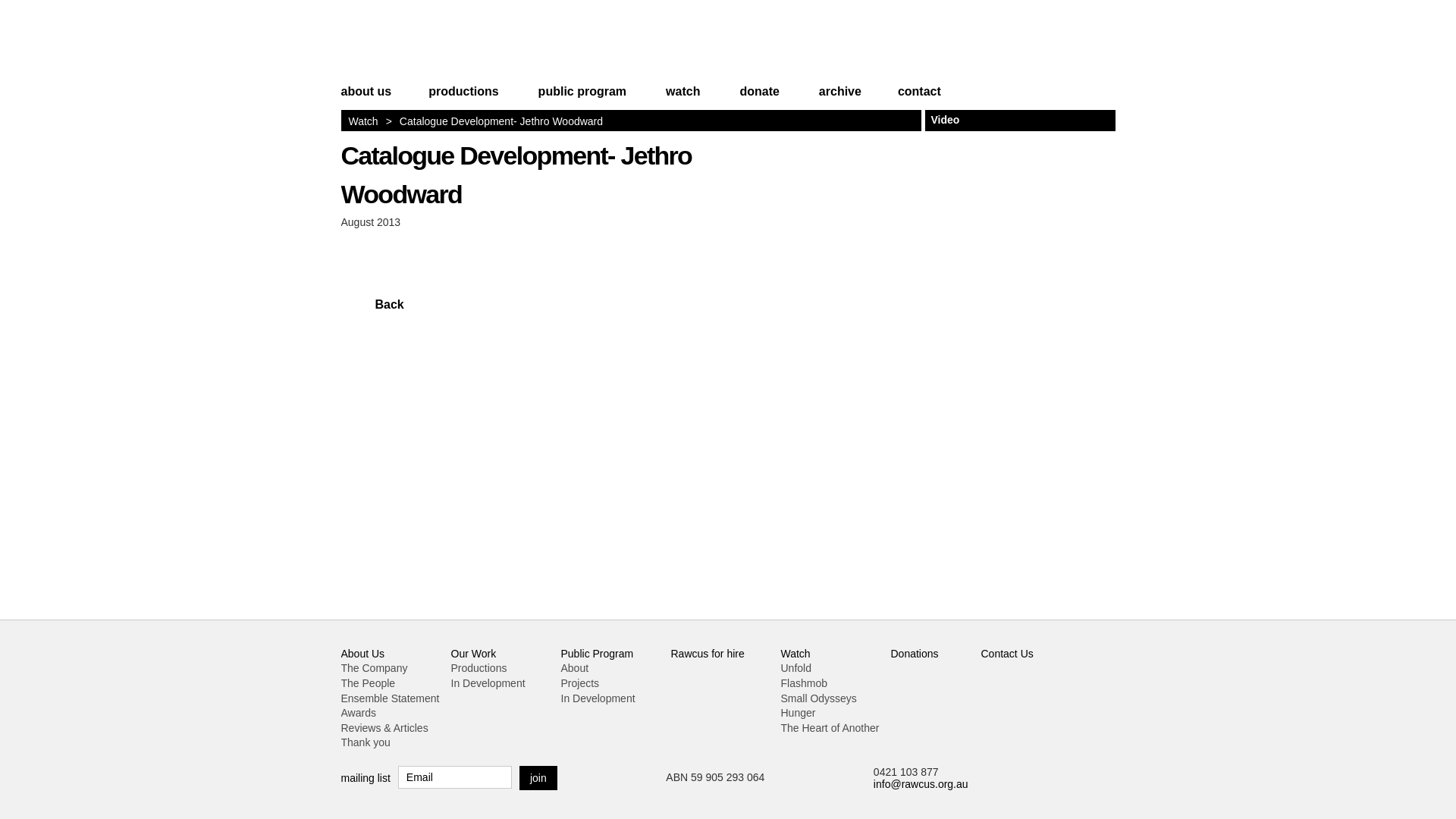 This screenshot has height=819, width=1456. Describe the element at coordinates (890, 652) in the screenshot. I see `'Donations'` at that location.